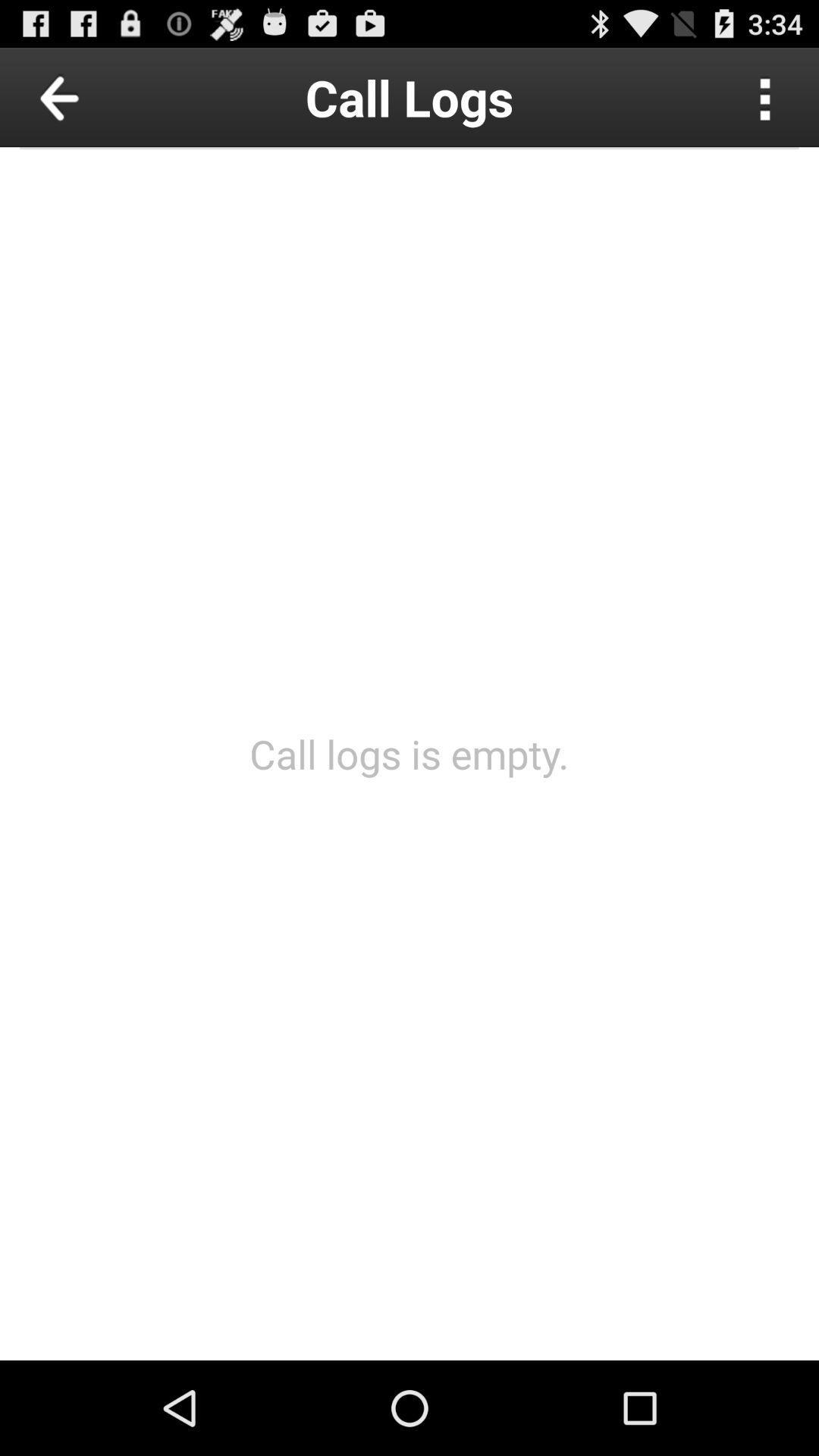  I want to click on settings, so click(765, 96).